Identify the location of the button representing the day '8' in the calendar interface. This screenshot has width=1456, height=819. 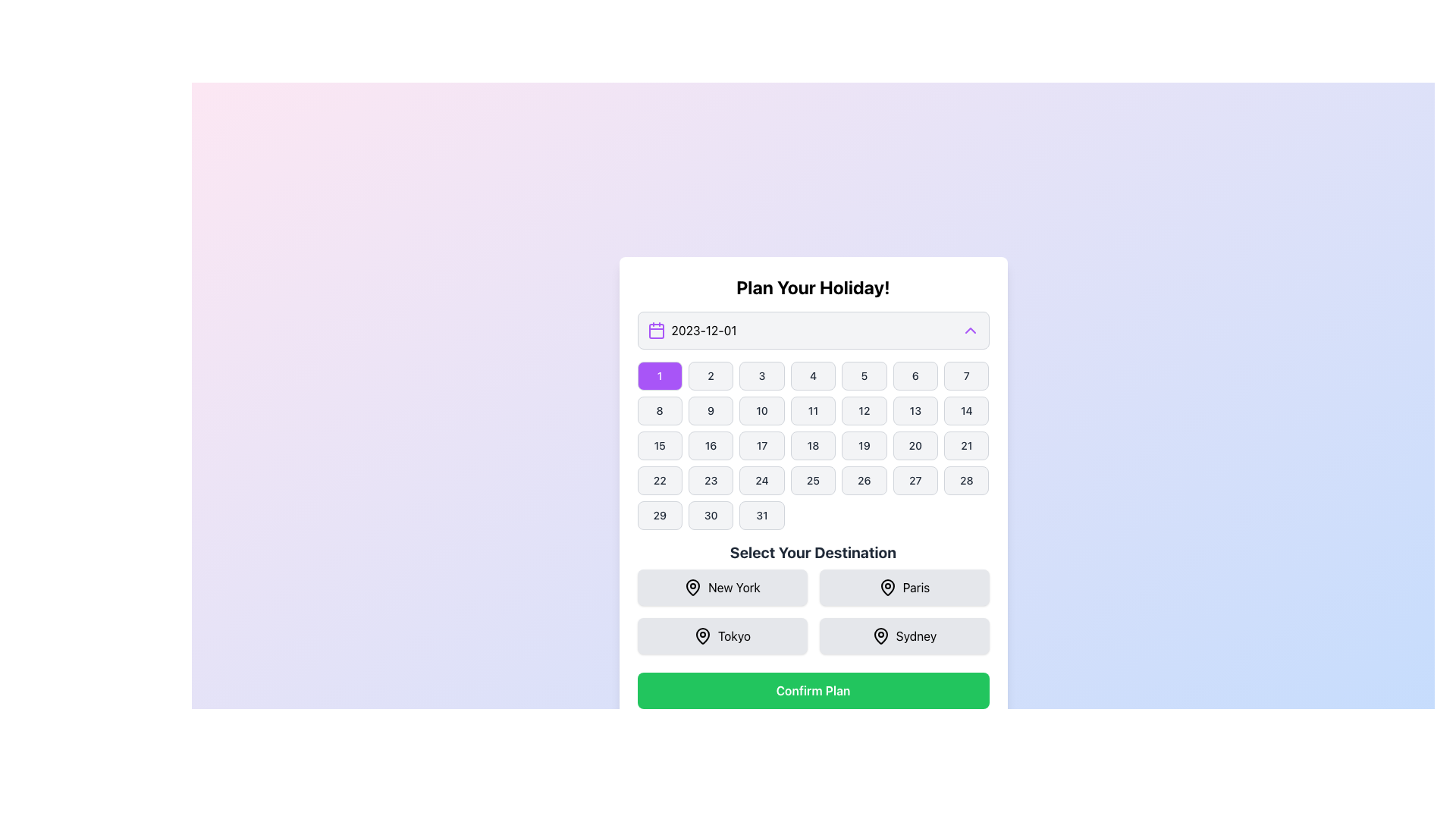
(660, 411).